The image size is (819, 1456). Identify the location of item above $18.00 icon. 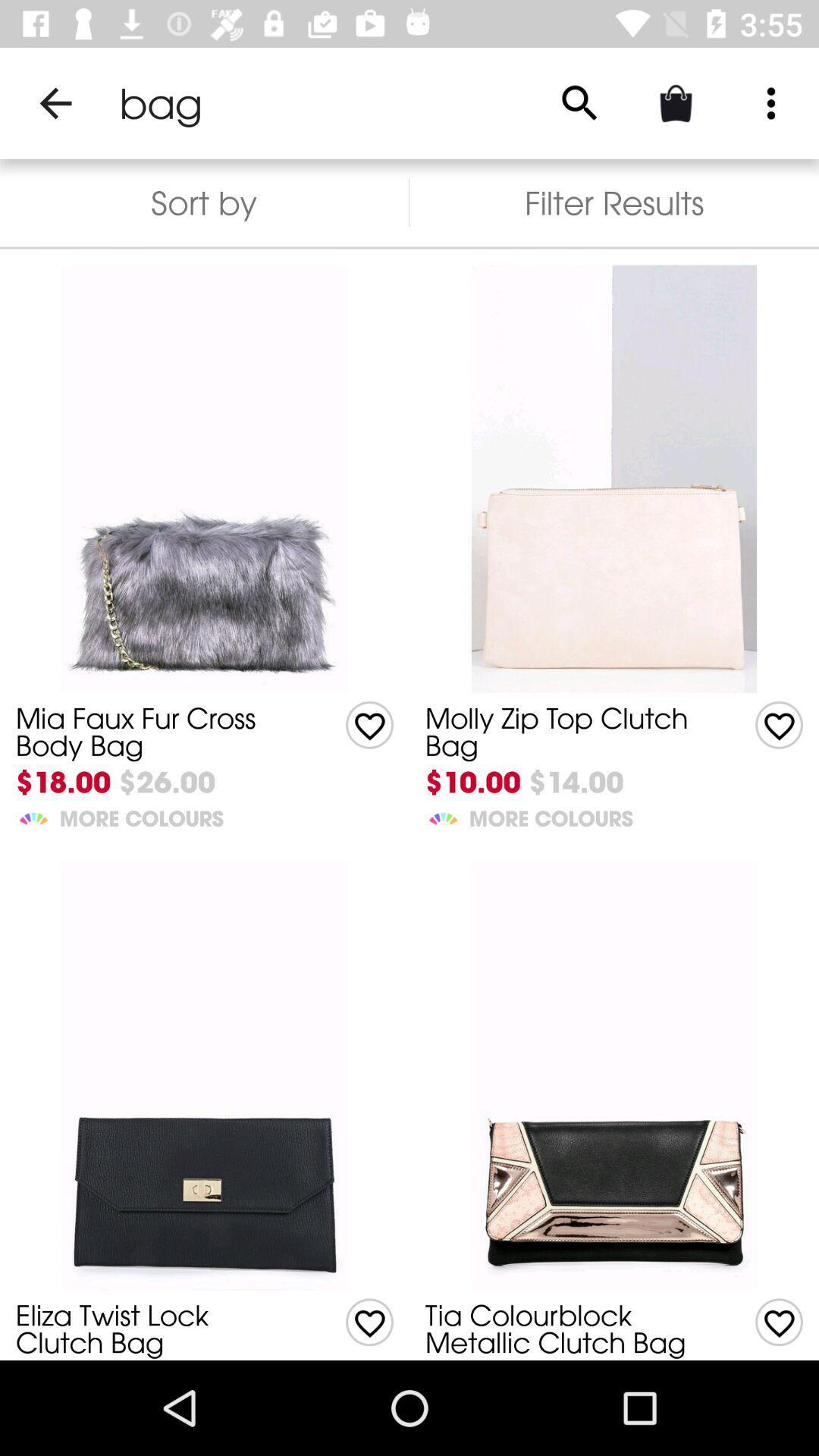
(157, 732).